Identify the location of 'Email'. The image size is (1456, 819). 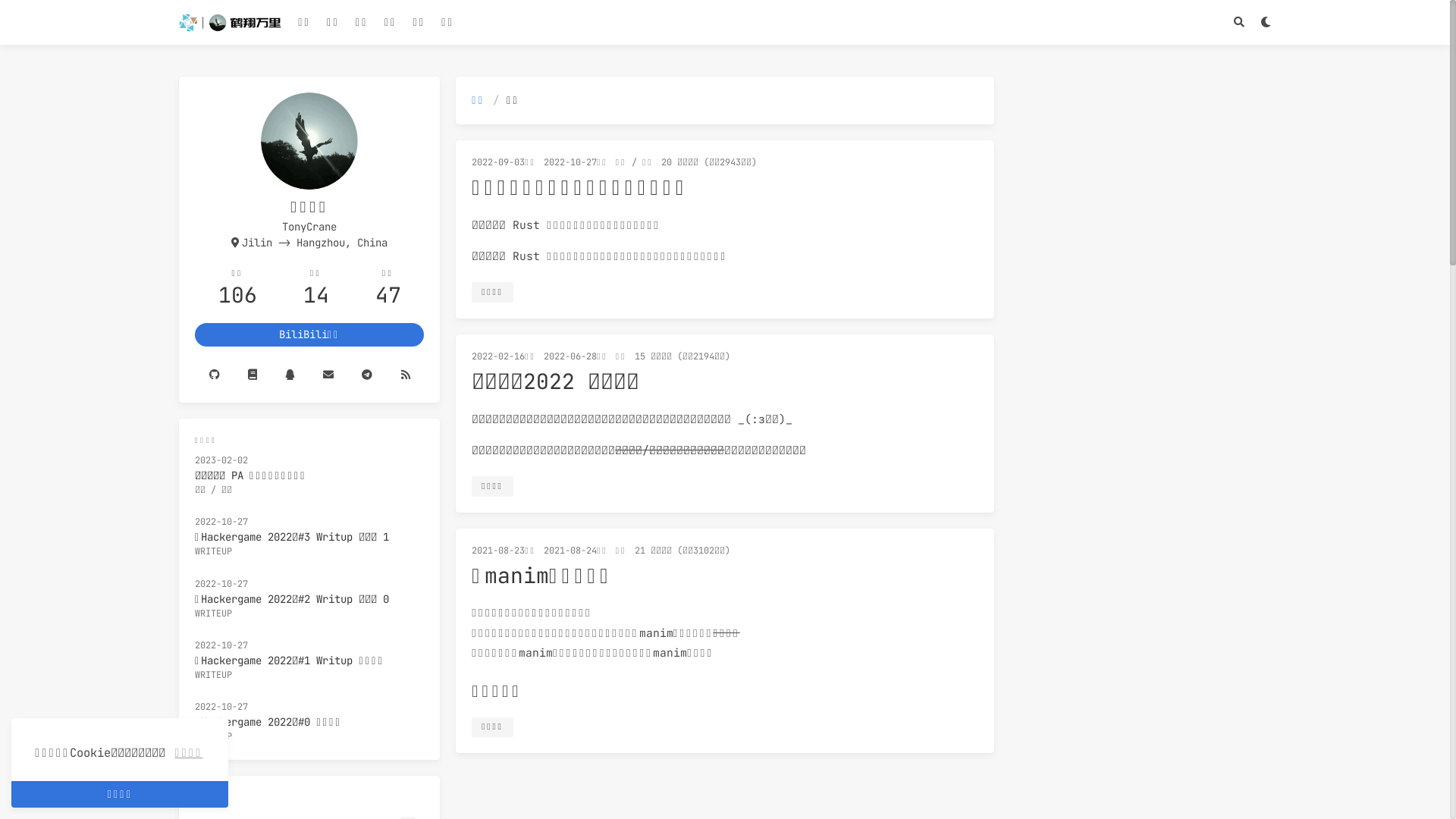
(327, 374).